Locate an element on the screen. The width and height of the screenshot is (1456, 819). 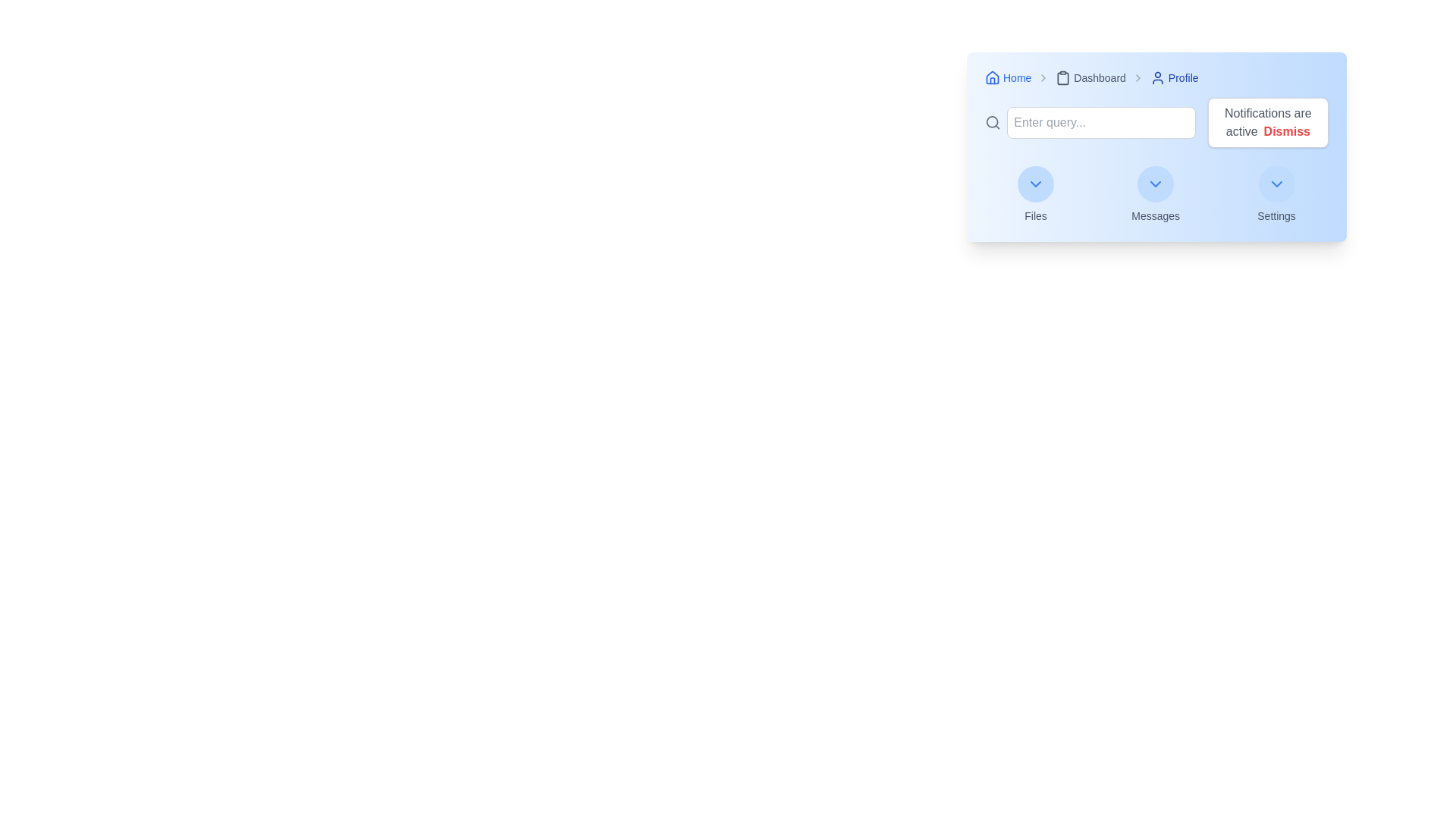
the right-facing chevron icon styled as a dropdown arrow located in the bottom-right corner of the card interface is located at coordinates (1276, 184).